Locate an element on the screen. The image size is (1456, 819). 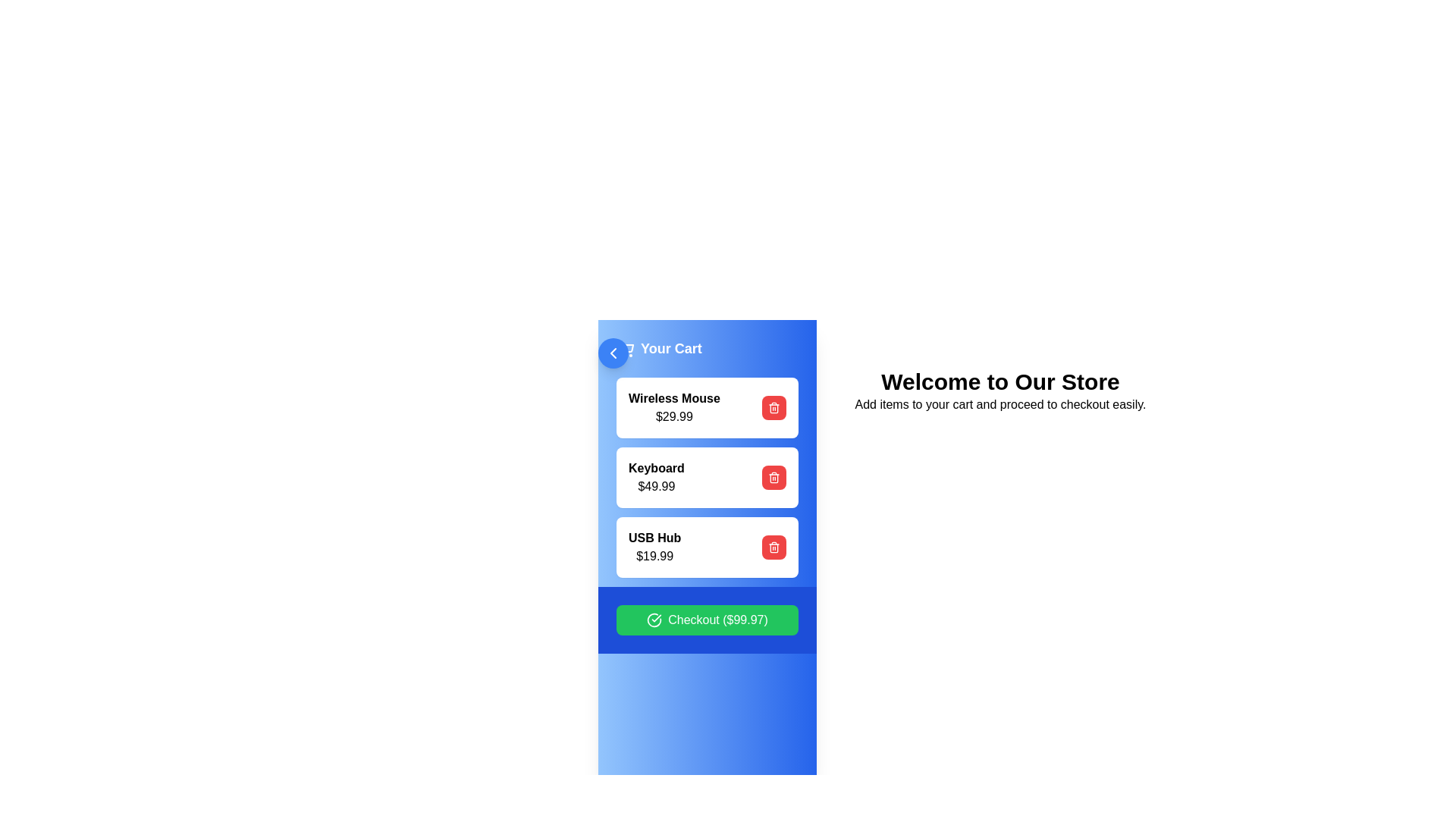
text 'Keyboard' which is styled in bold or semi-bold font and located above the price tag '$49.99' in the second item of 'Your Cart' is located at coordinates (656, 467).